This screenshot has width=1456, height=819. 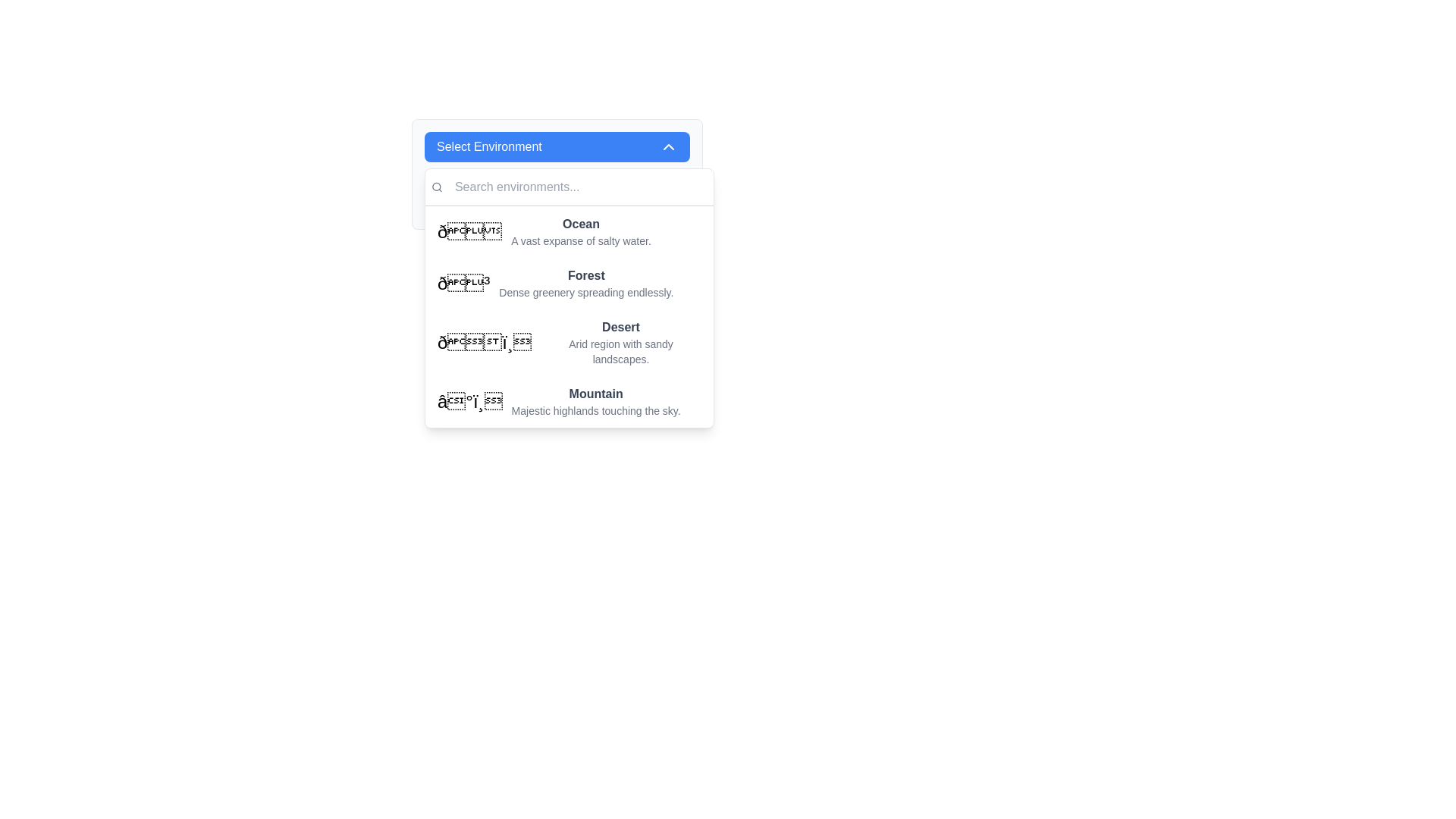 What do you see at coordinates (558, 400) in the screenshot?
I see `the last list item in the 'Select Environment' dropdown menu, which represents the 'Mountain' environment with a bold title and a descriptive text` at bounding box center [558, 400].